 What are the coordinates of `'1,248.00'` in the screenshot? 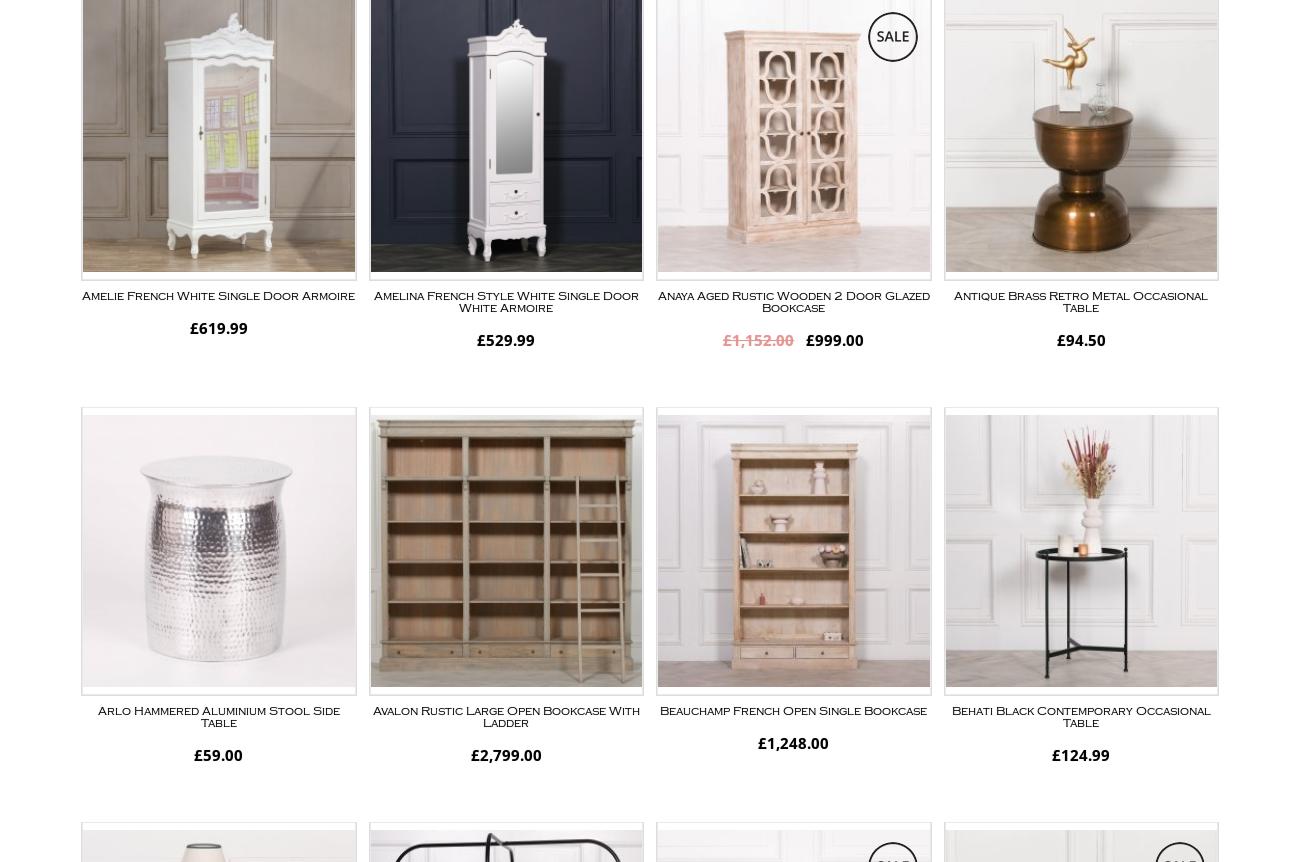 It's located at (796, 742).